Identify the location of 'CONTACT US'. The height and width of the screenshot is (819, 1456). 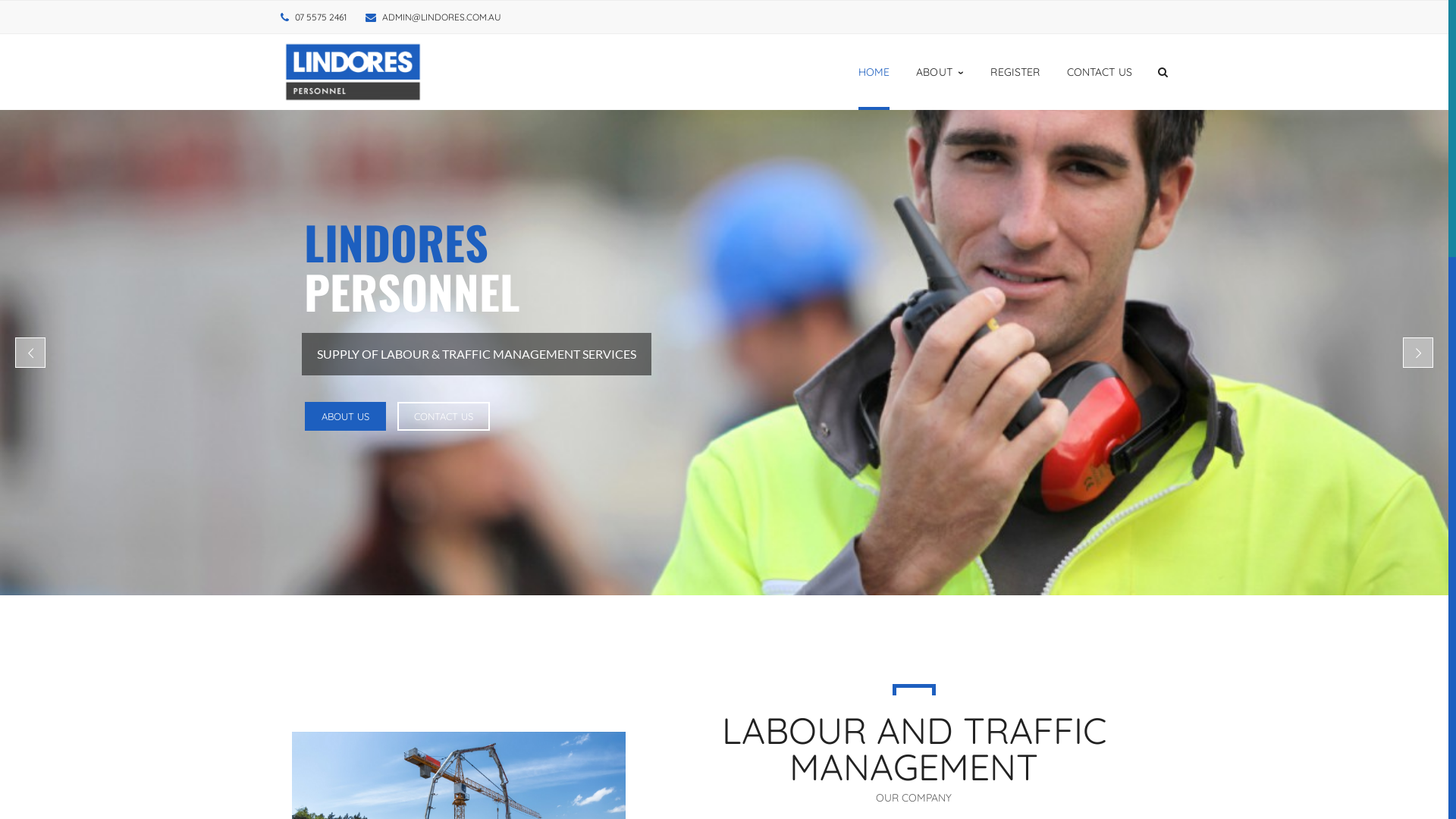
(1099, 72).